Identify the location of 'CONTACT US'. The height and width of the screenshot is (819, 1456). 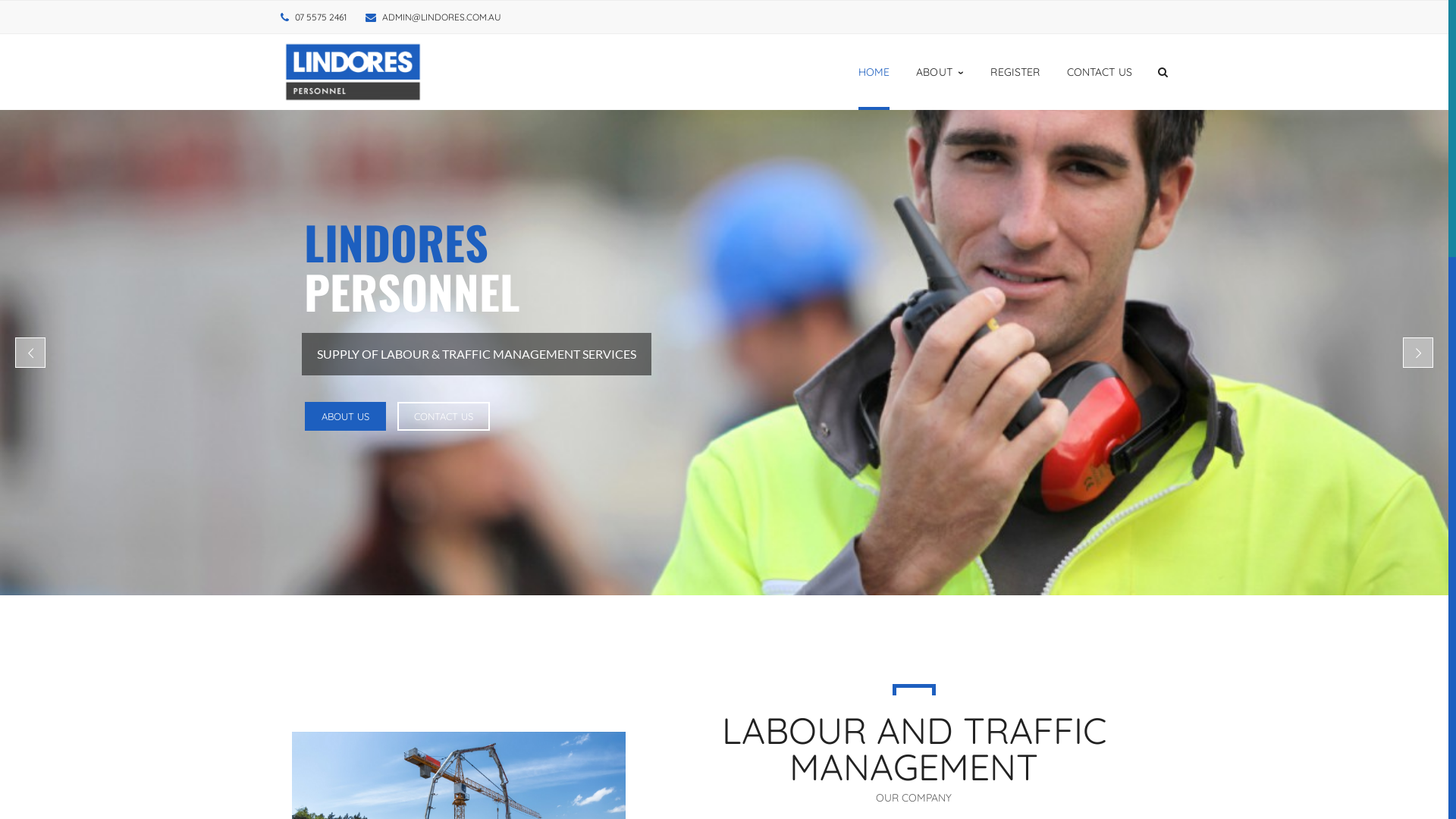
(1099, 72).